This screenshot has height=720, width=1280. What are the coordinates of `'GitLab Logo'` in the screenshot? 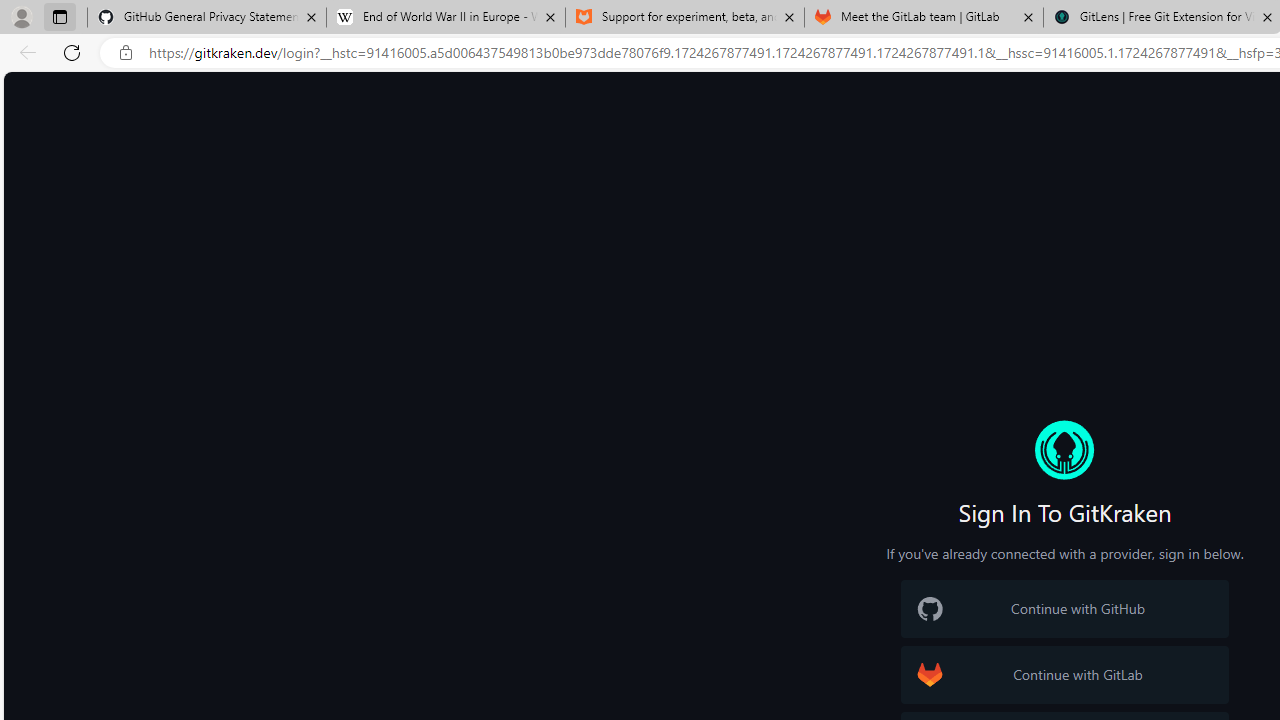 It's located at (928, 675).